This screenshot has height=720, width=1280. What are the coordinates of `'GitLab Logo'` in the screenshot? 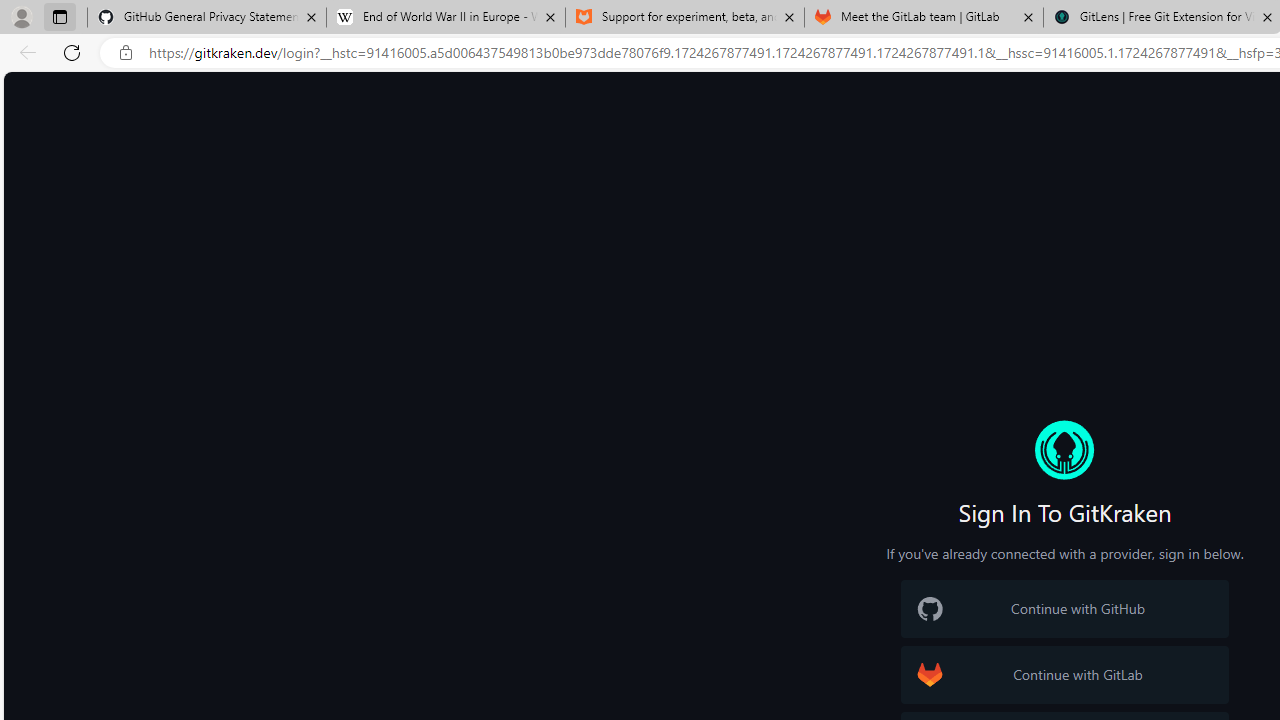 It's located at (928, 675).